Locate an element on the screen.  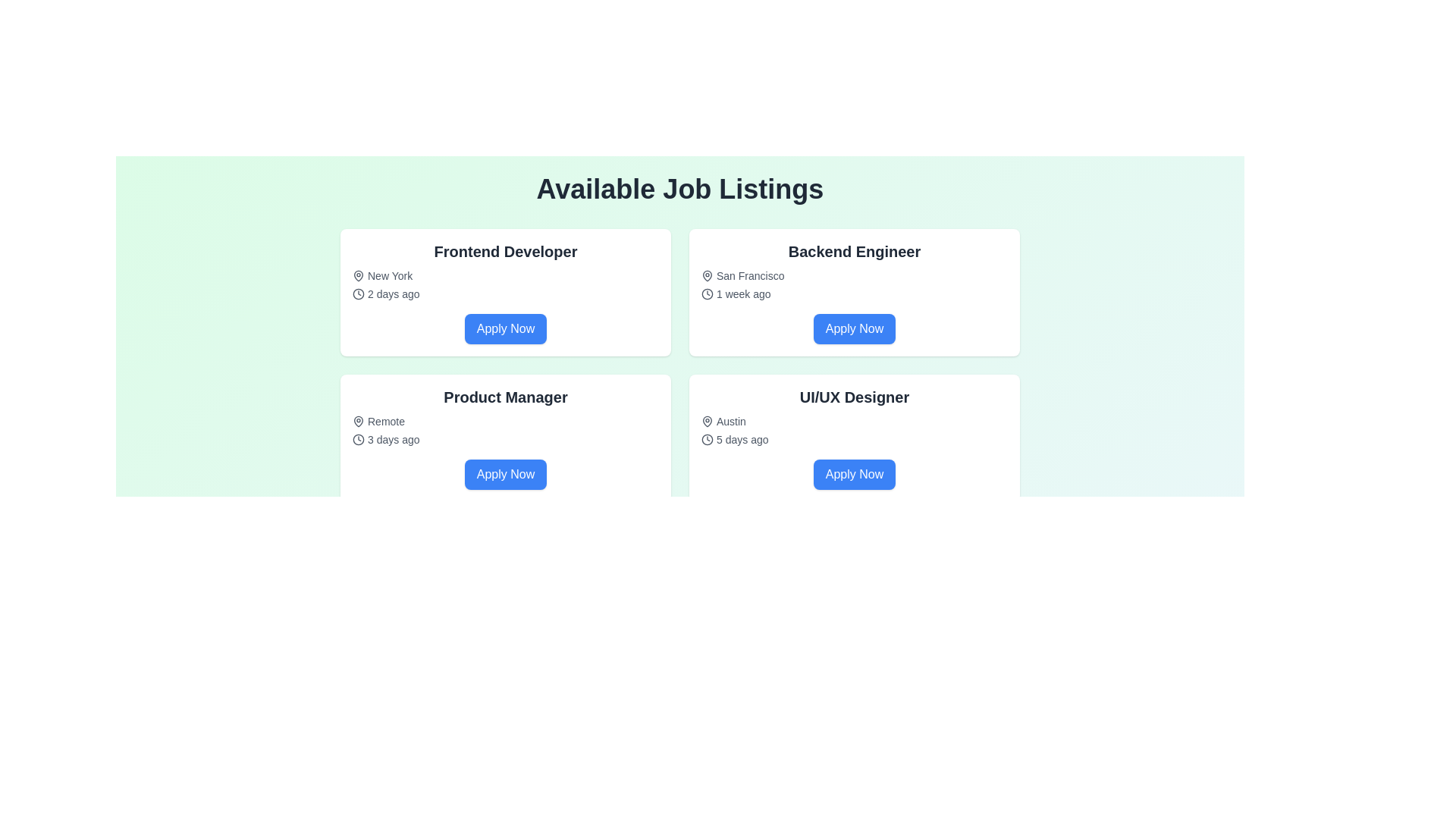
the icon associated with 'San Francisco' located in the top-left of the 'Backend Engineer' job listing card is located at coordinates (706, 275).